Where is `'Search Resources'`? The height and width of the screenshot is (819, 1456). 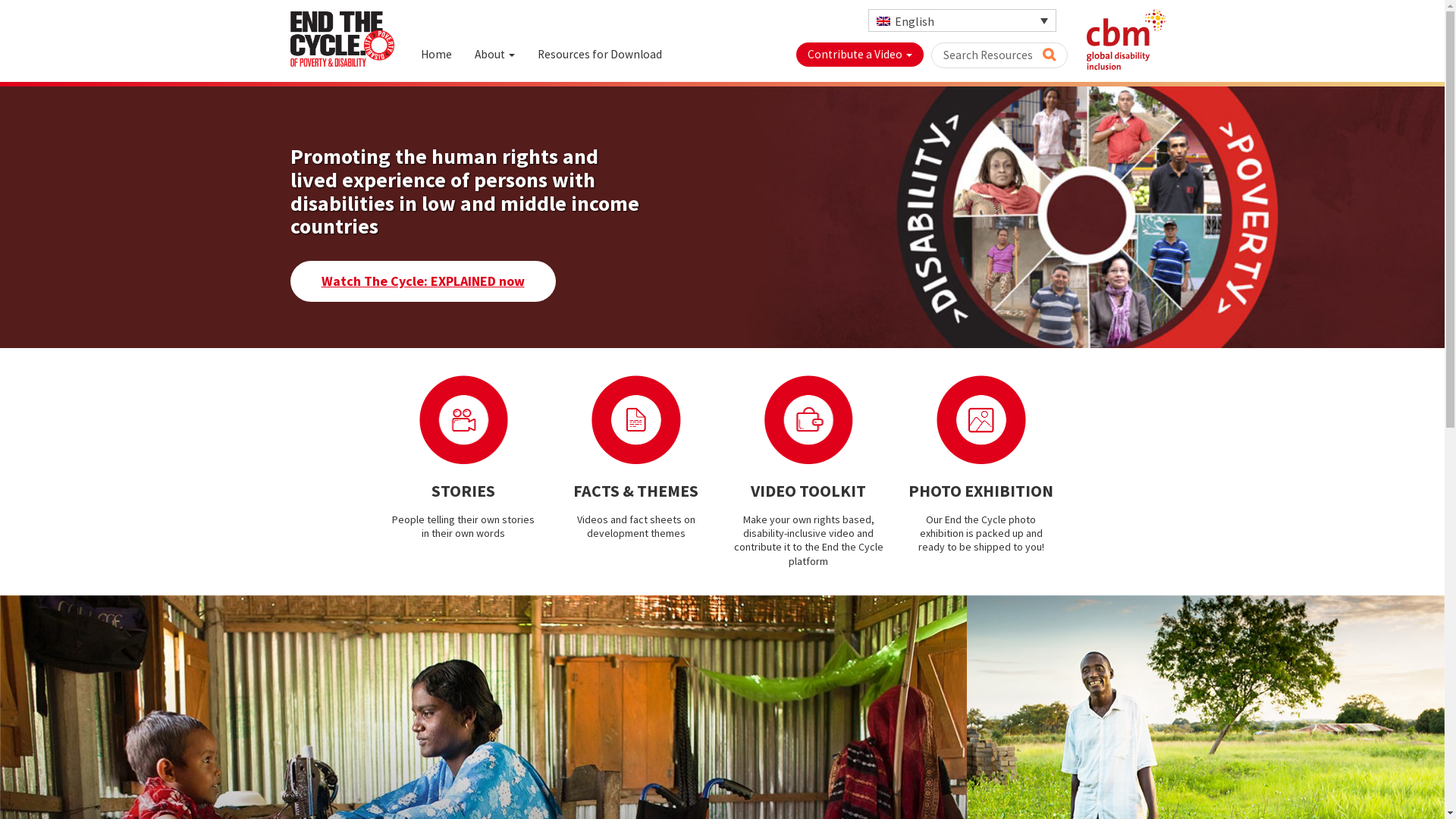
'Search Resources' is located at coordinates (1040, 52).